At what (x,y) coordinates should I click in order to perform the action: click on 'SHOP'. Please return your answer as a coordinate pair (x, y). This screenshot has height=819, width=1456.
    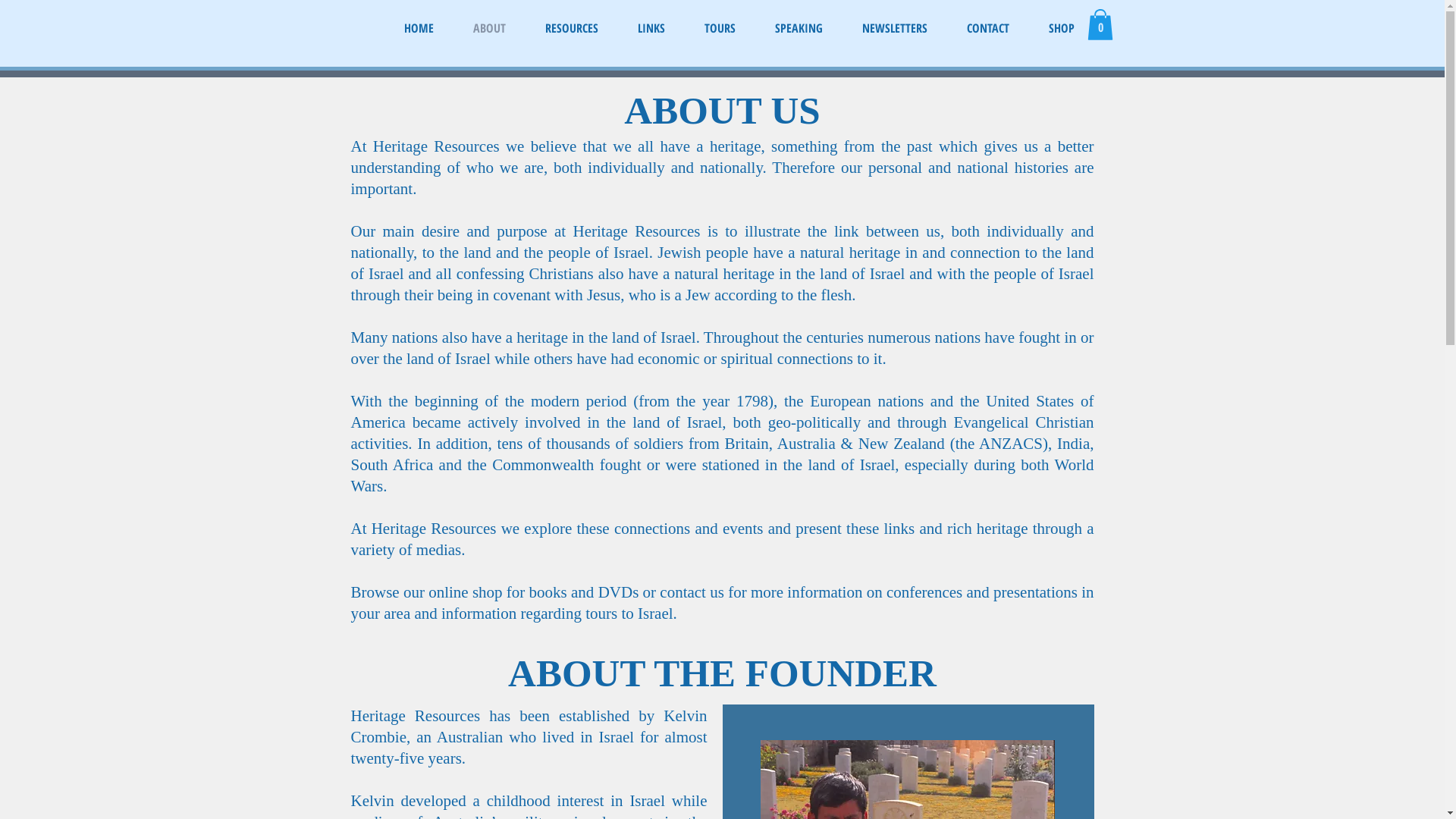
    Looking at the image, I should click on (1028, 25).